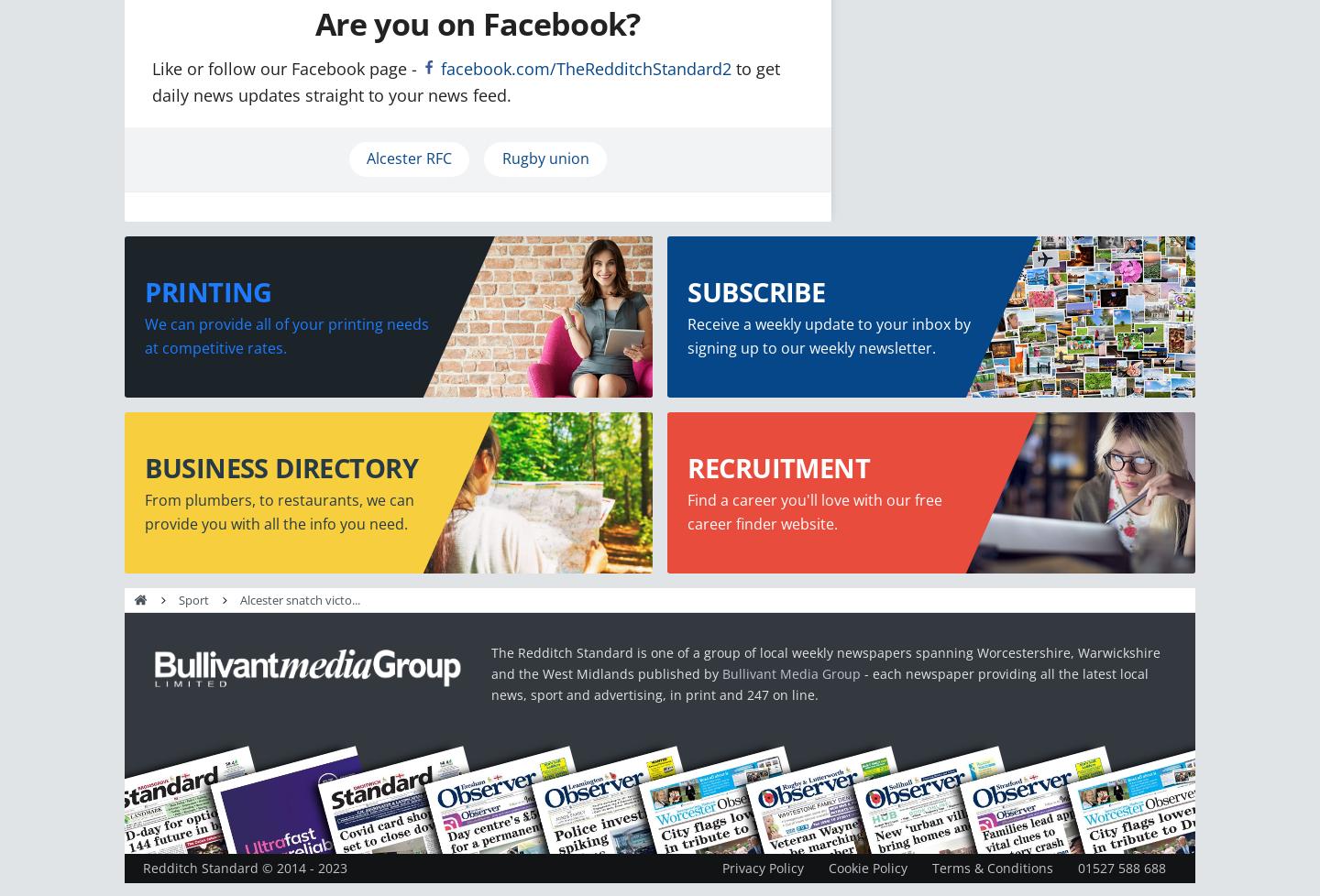  I want to click on 'Cookie Policy', so click(867, 867).